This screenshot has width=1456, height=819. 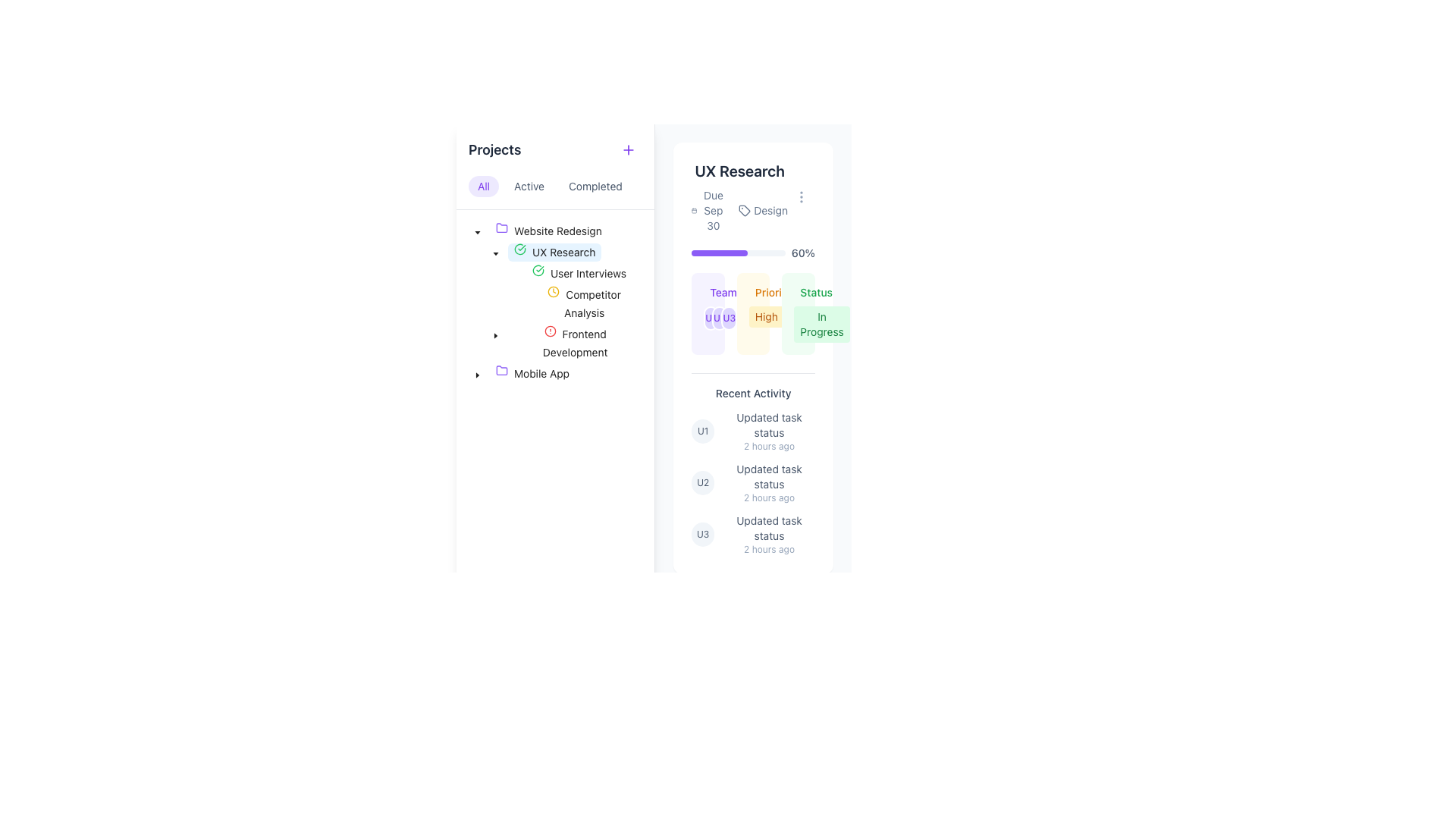 I want to click on the static text label indicating the time that has passed since the associated action took place, located in the recent activities section below the 'Updated task status' text of the first activity entry, so click(x=769, y=446).